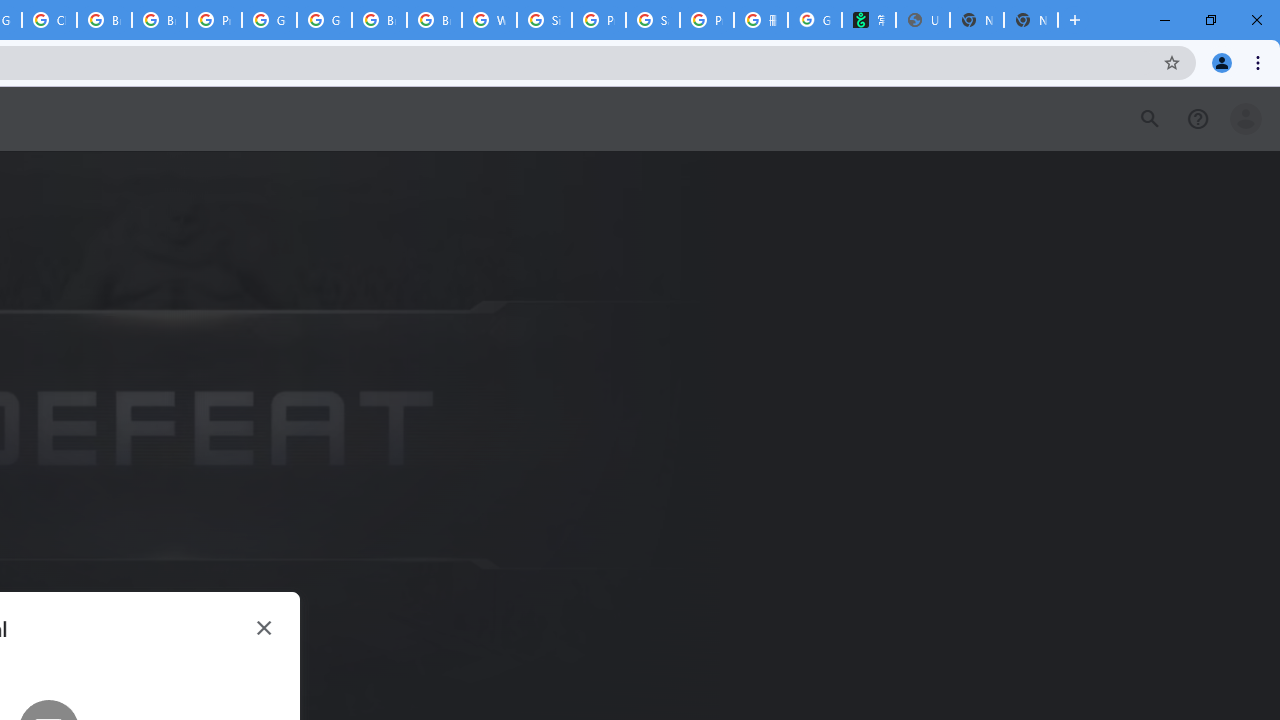 This screenshot has width=1280, height=720. Describe the element at coordinates (324, 20) in the screenshot. I see `'Google Cloud Platform'` at that location.